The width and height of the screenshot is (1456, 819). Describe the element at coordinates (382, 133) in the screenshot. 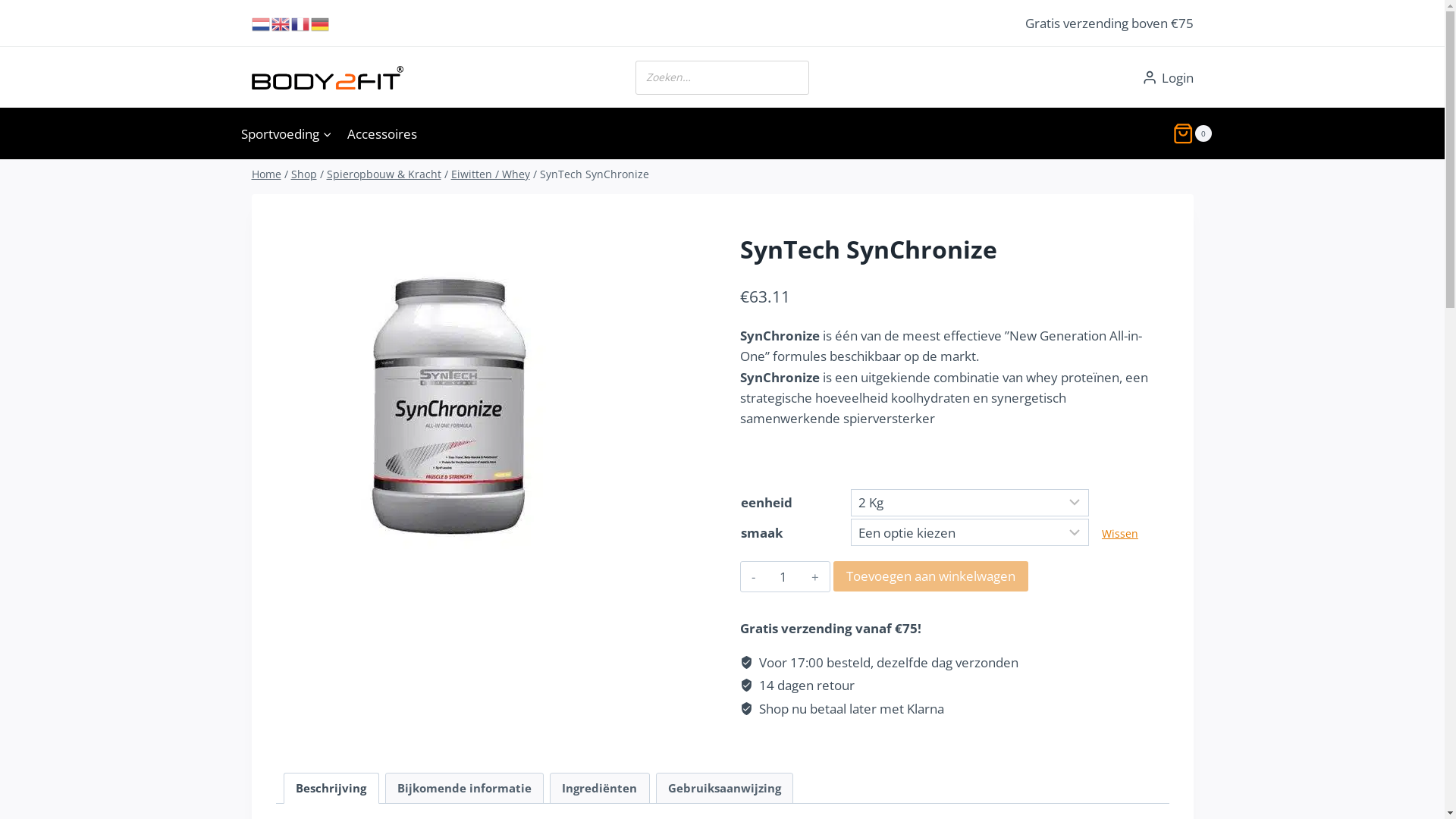

I see `'Accessoires'` at that location.